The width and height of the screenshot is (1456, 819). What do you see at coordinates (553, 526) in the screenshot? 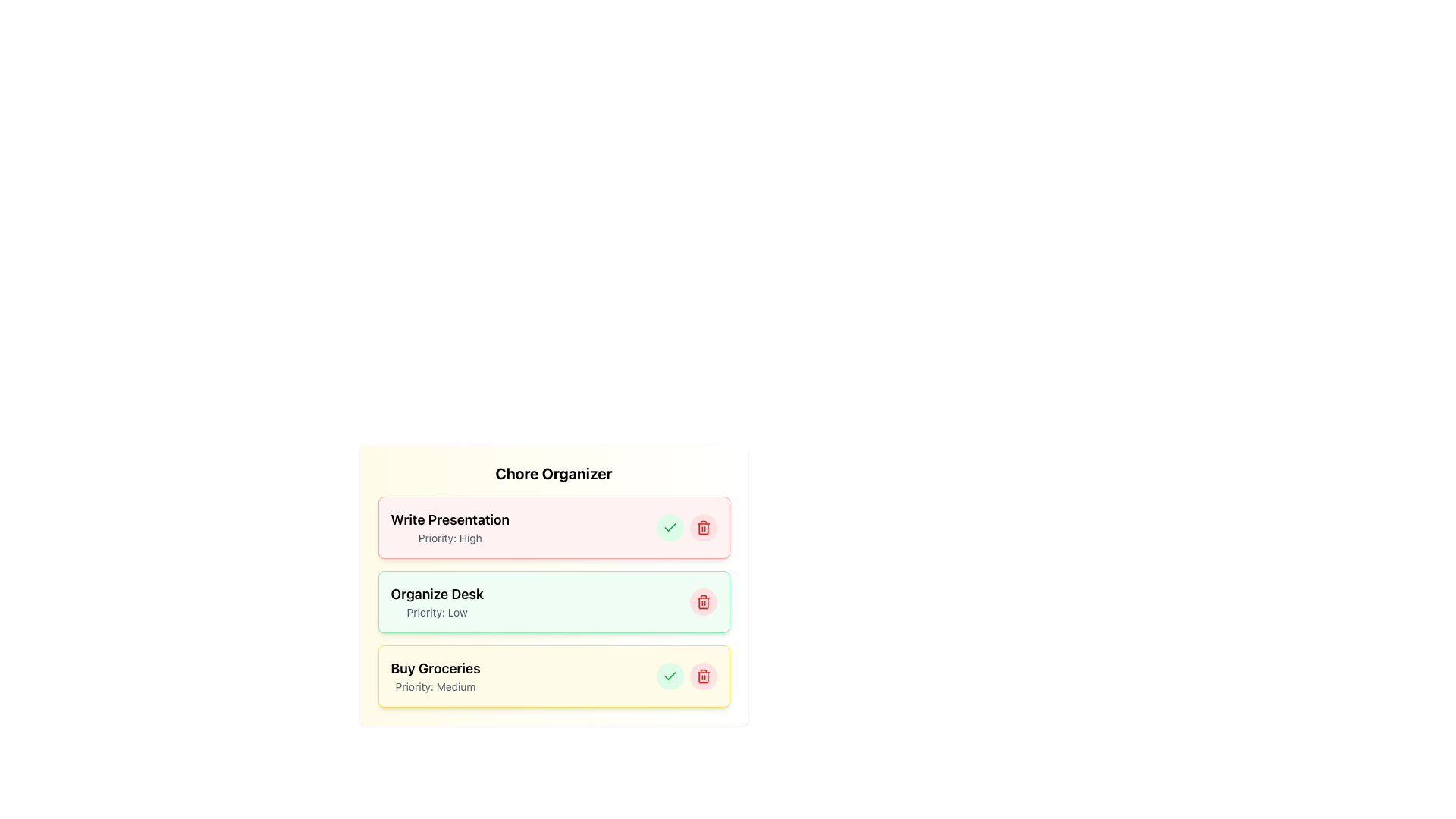
I see `the top task item in the chore organizer, which has a red background and summarizes the task name and priority level` at bounding box center [553, 526].